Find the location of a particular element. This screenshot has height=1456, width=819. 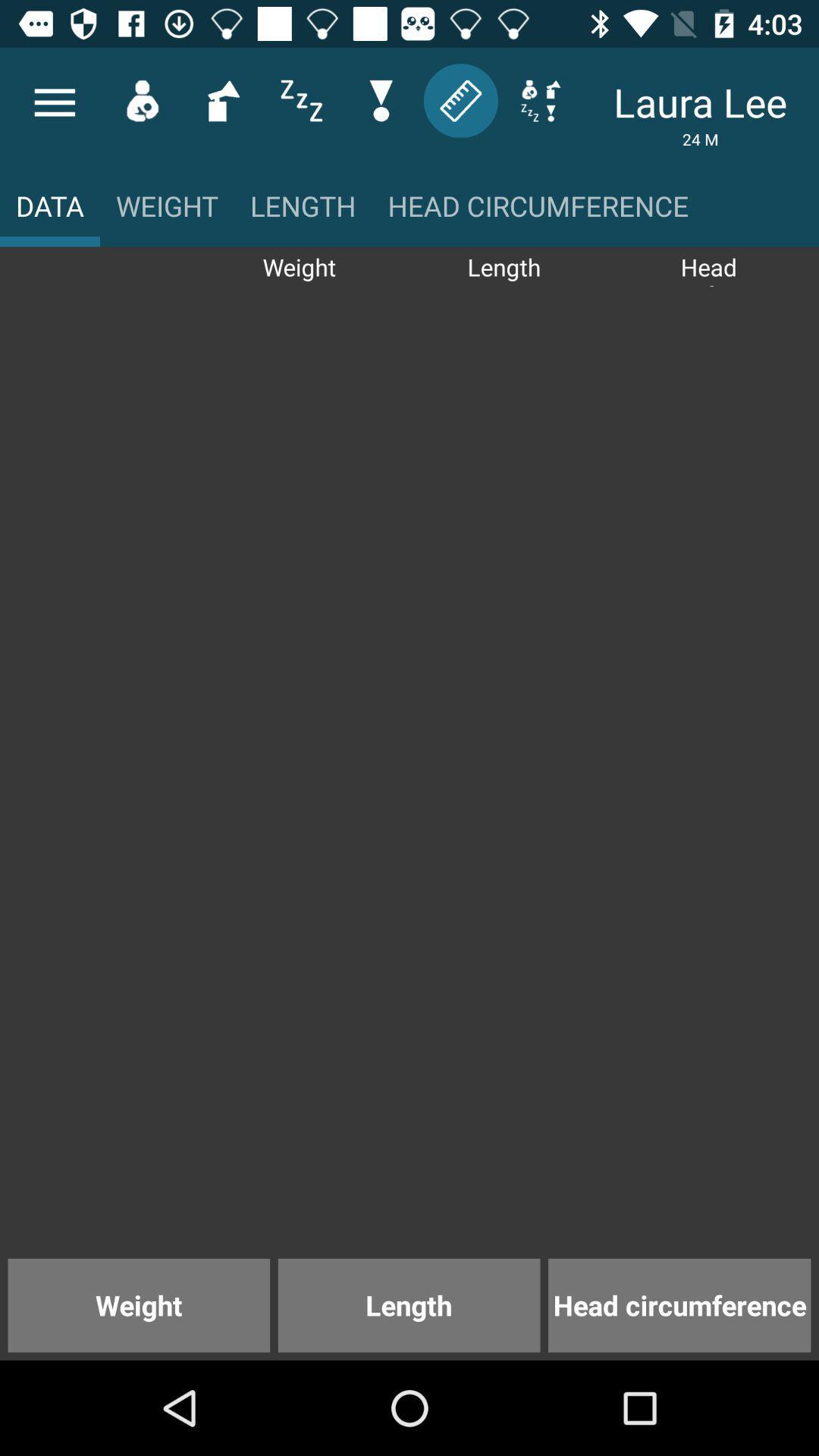

the menu icon is located at coordinates (54, 102).